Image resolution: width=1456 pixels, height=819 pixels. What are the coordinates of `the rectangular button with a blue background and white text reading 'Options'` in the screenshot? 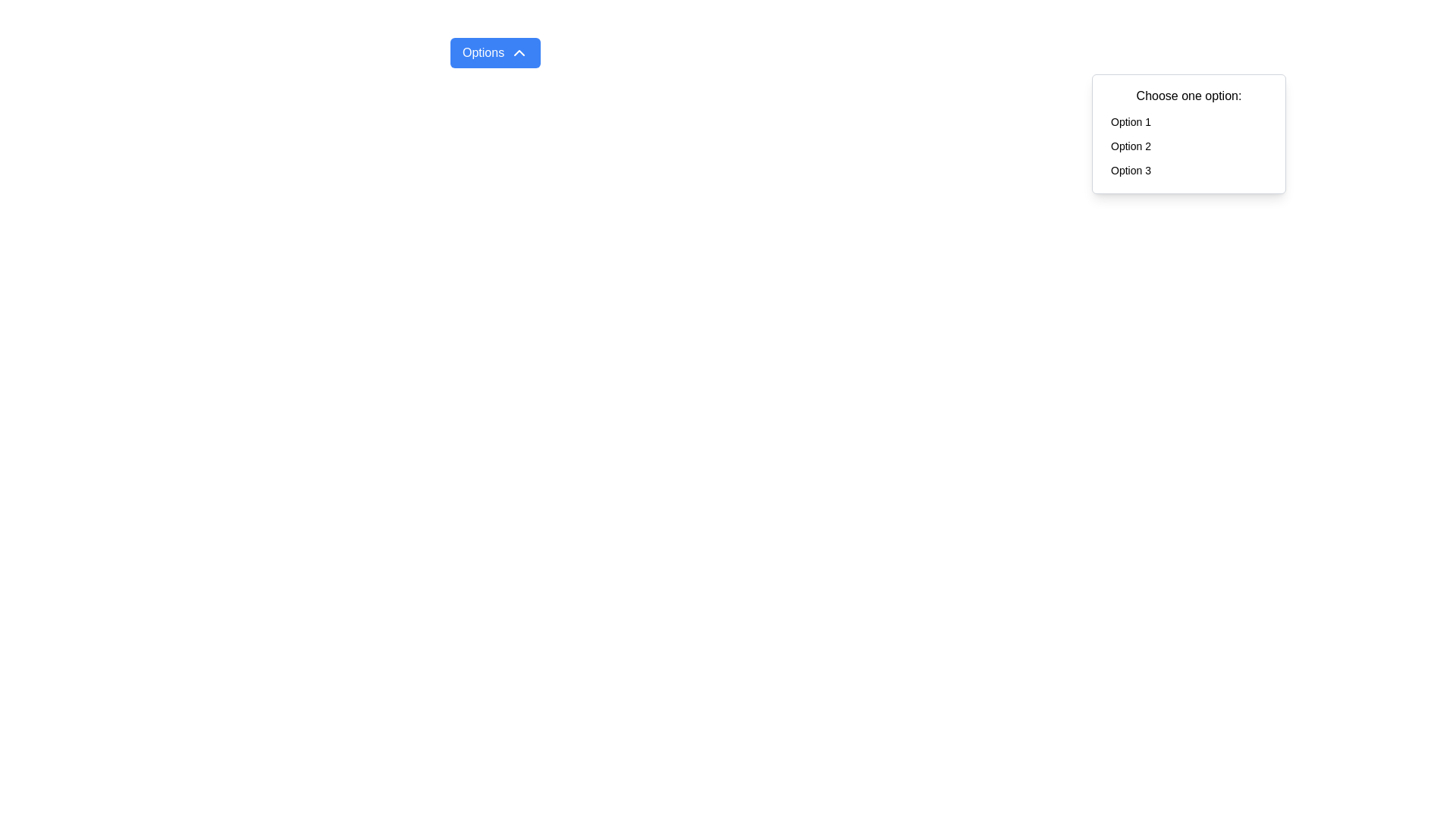 It's located at (495, 52).